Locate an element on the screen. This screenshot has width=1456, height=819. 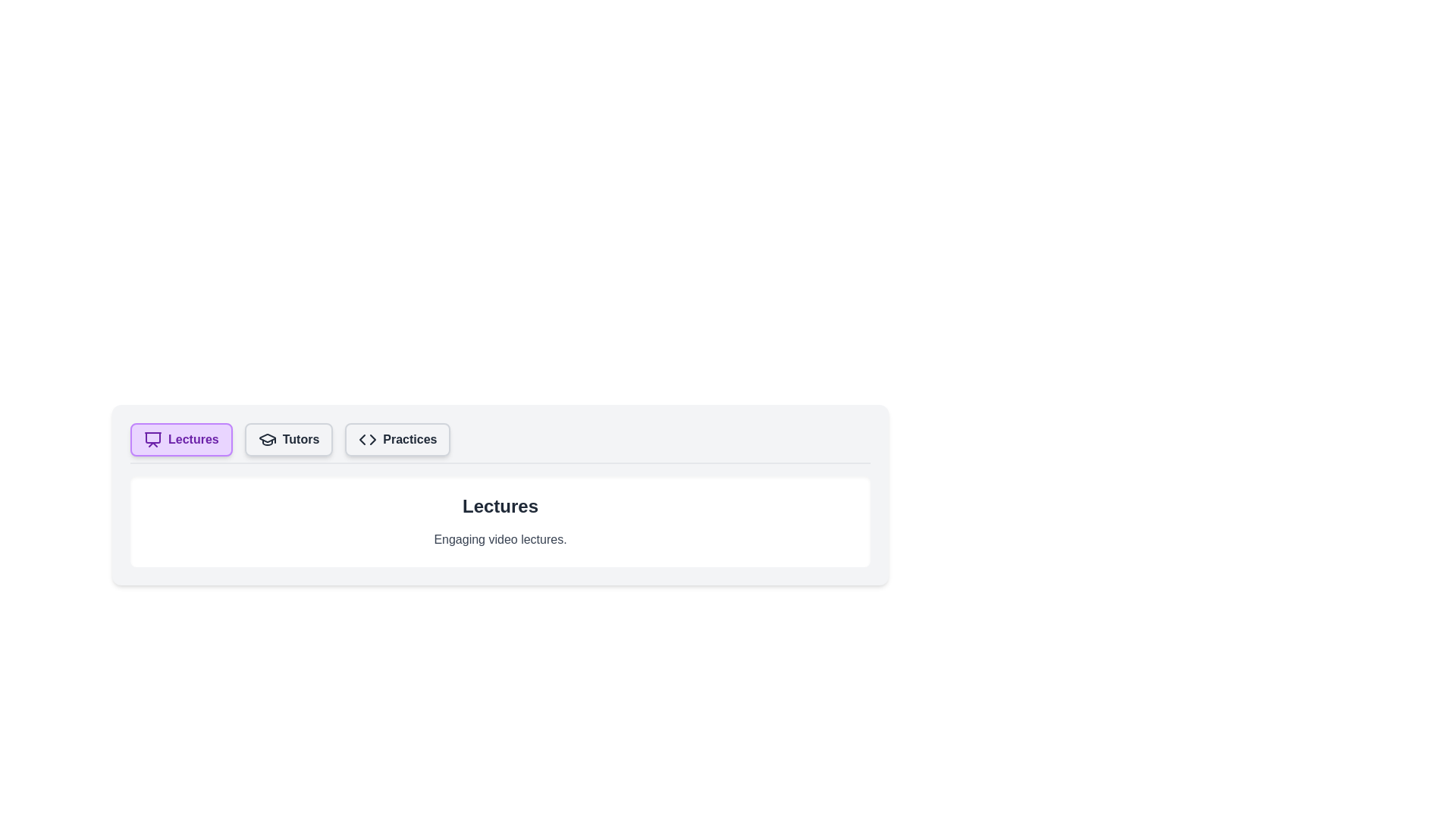
the triangular top section of the graduation cap icon in the leftmost tab of the horizontal tab layout is located at coordinates (267, 438).